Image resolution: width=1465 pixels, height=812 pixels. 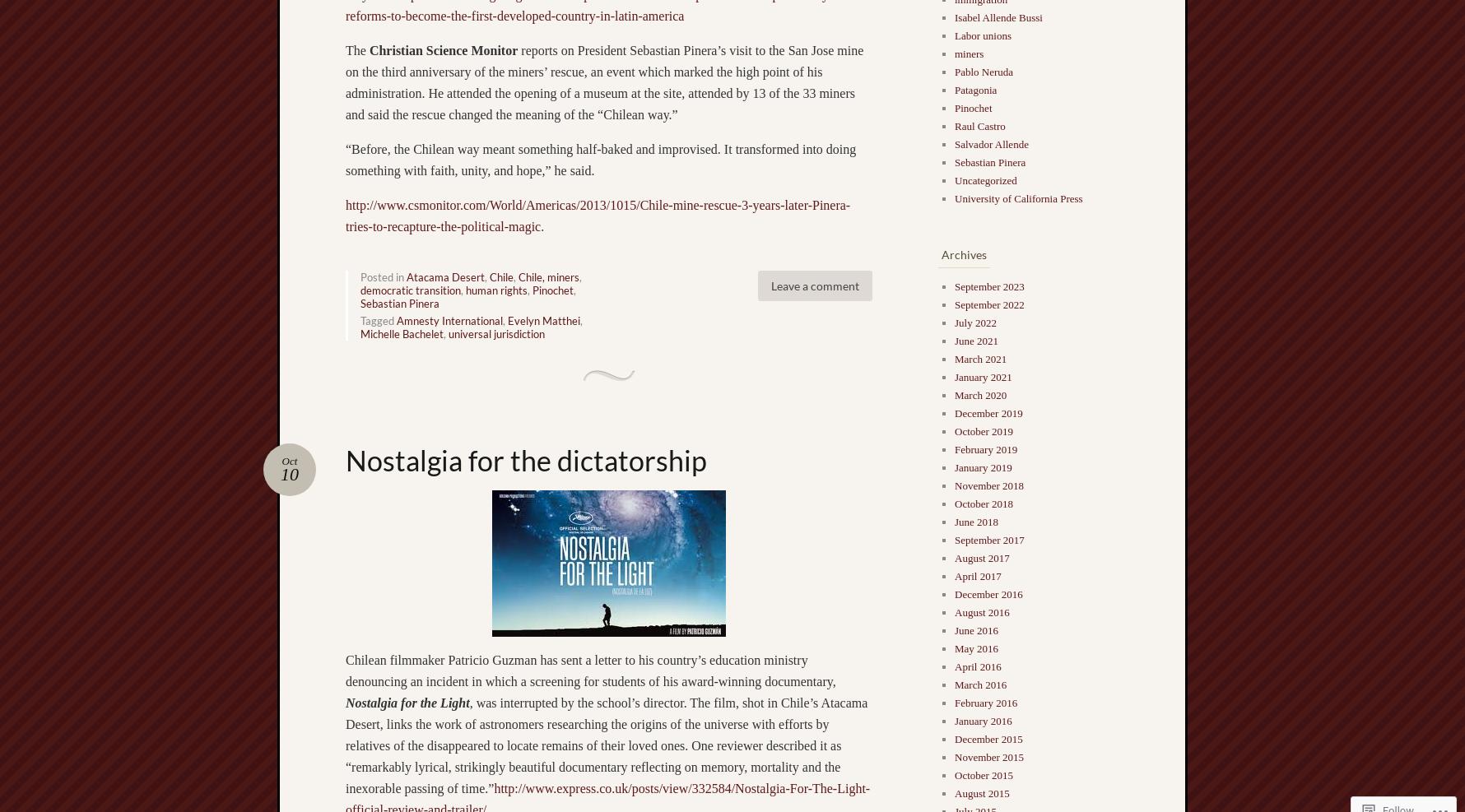 I want to click on ', was interrupted by the school’s director. The film, shot in Chile’s Atacama Desert, links the work of astronomers researching the origins of the universe with efforts by relatives of the disappeared to locate remains of their loved ones. One reviewer described it as “remarkably lyrical, strikingly beautiful documentary reflecting on memory, mortality and the inexorable passing of time.”', so click(x=605, y=744).